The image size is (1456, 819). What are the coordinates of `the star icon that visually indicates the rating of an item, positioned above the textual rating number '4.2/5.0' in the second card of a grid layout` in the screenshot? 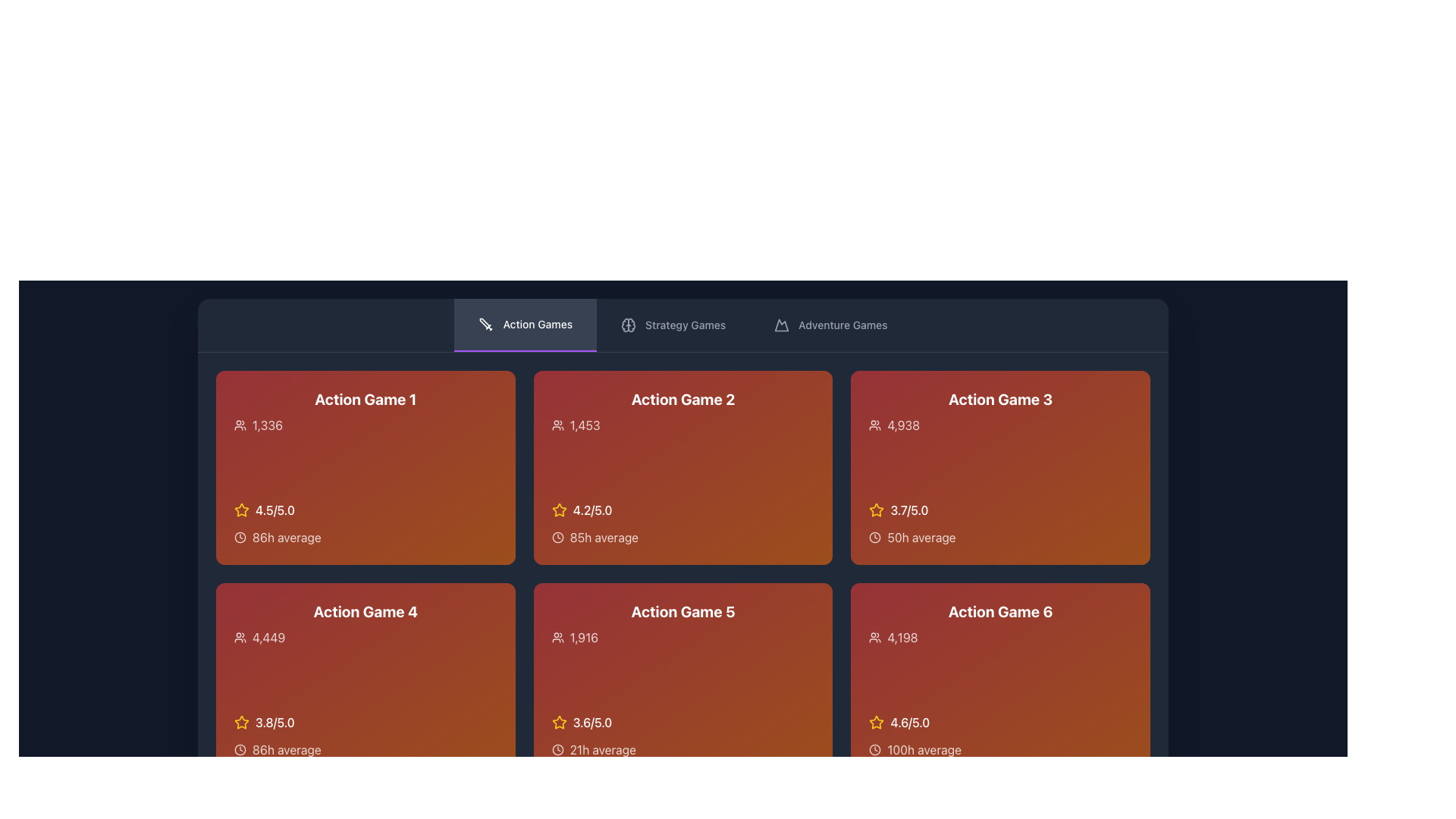 It's located at (558, 510).